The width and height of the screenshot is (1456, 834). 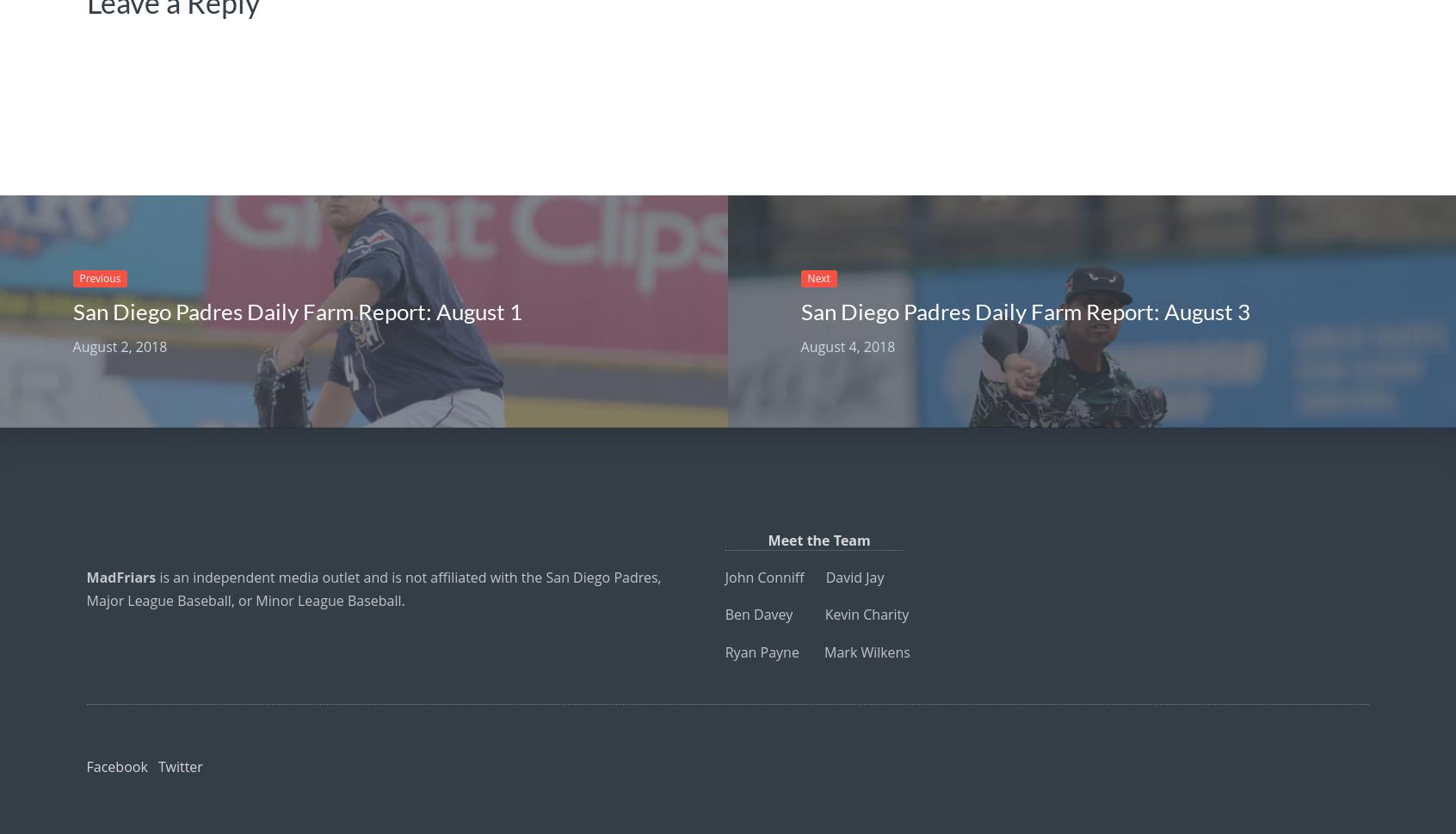 I want to click on 'Meet the Team', so click(x=813, y=541).